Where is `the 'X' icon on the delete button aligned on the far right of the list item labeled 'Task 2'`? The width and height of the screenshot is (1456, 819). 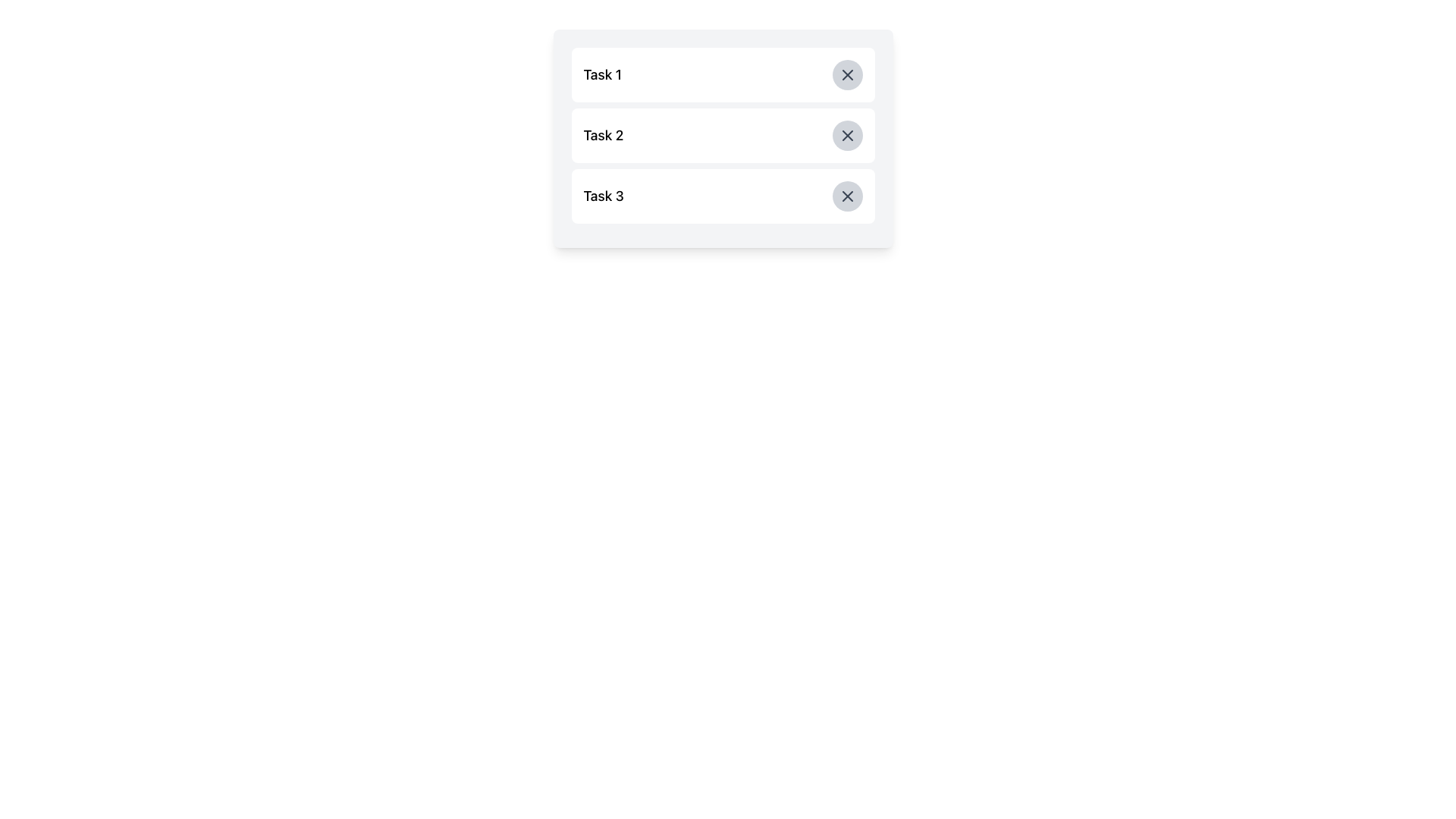 the 'X' icon on the delete button aligned on the far right of the list item labeled 'Task 2' is located at coordinates (846, 134).